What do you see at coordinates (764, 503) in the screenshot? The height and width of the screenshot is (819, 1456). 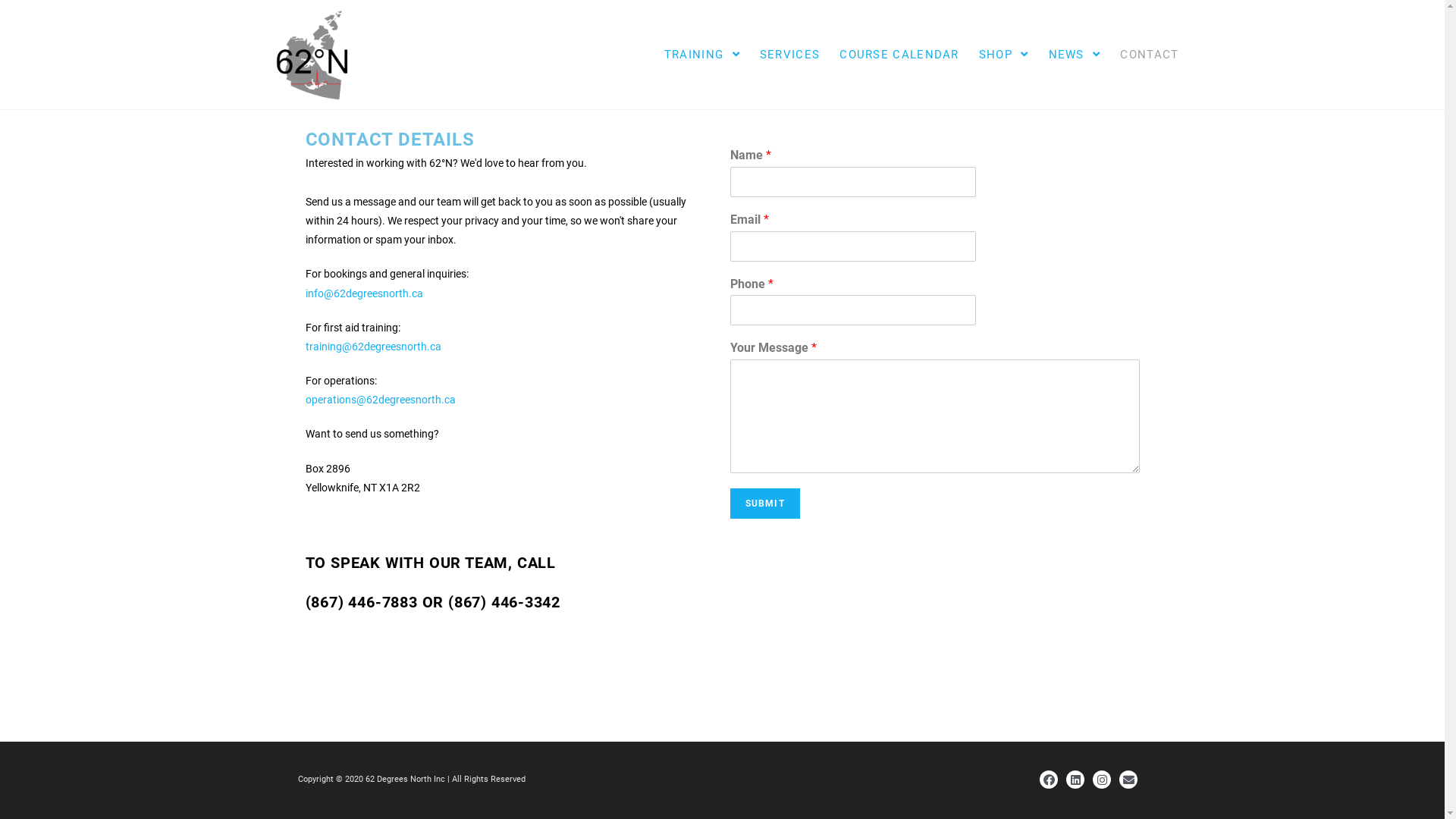 I see `'SUBMIT'` at bounding box center [764, 503].